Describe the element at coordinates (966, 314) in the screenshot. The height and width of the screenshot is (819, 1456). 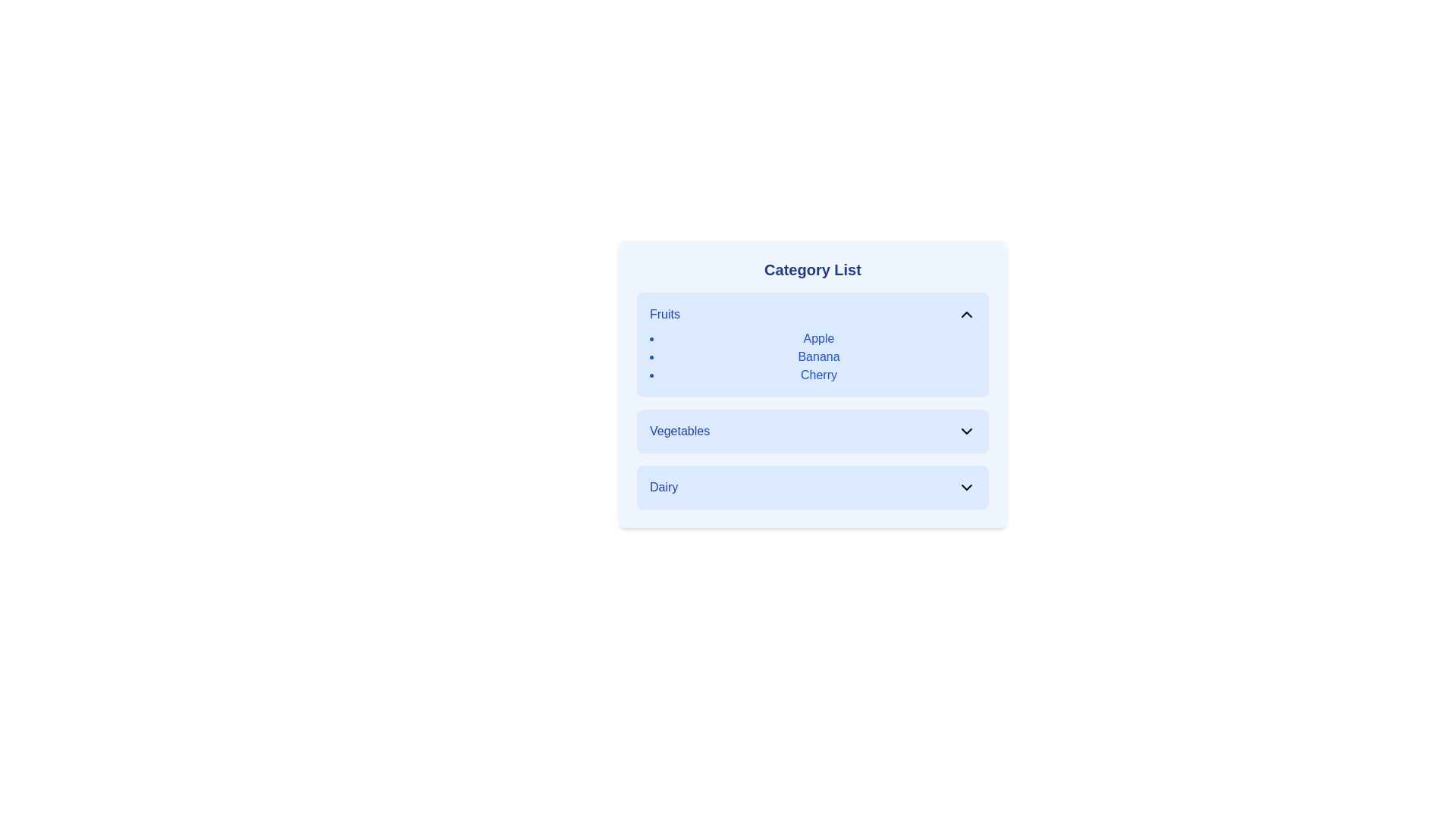
I see `the chevron/arrow icon located to the far right of the 'Fruits' text in the 'Category List' section` at that location.